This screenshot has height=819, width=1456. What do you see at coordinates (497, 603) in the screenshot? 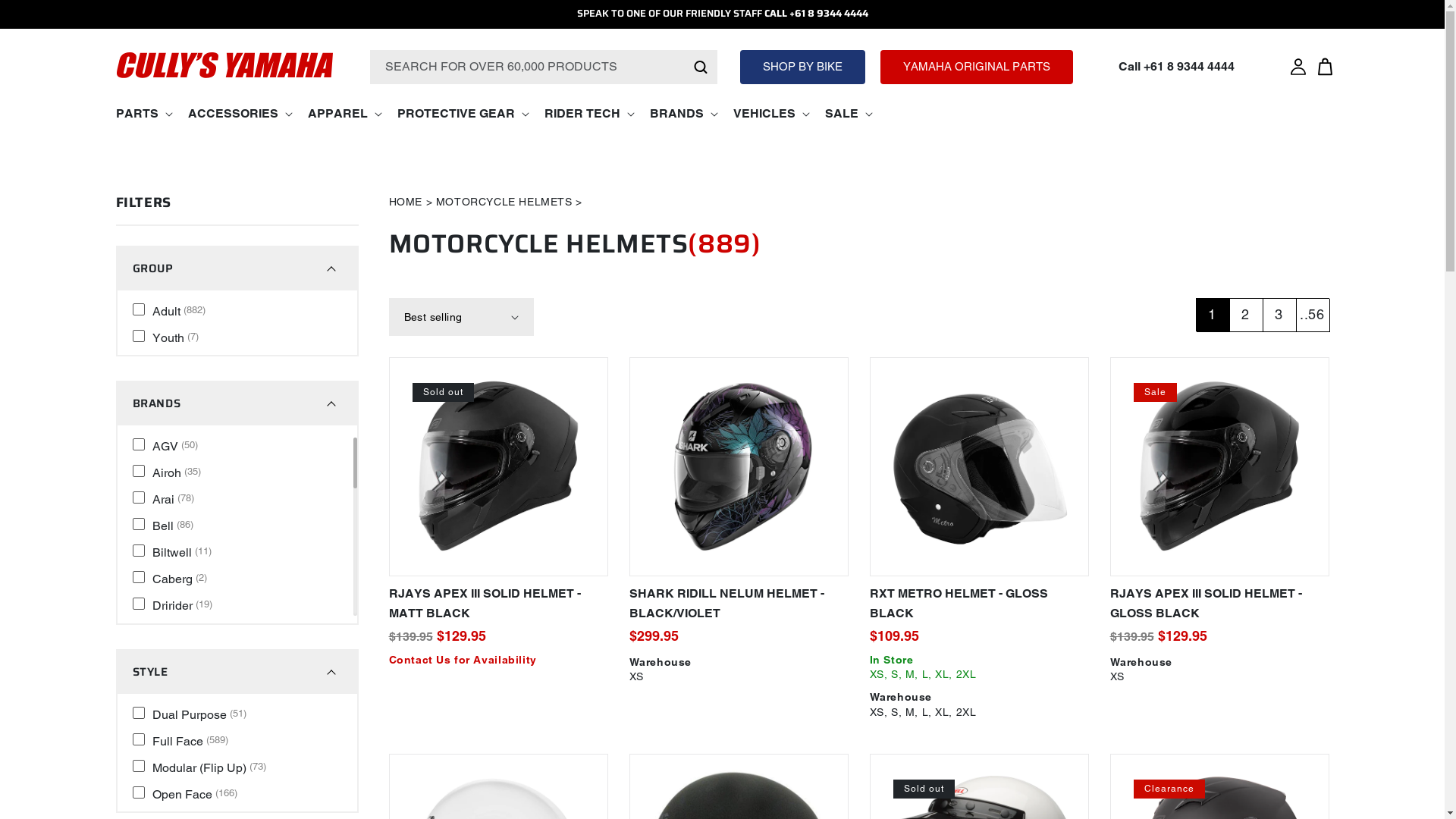
I see `'RJAYS APEX III SOLID HELMET - MATT BLACK'` at bounding box center [497, 603].